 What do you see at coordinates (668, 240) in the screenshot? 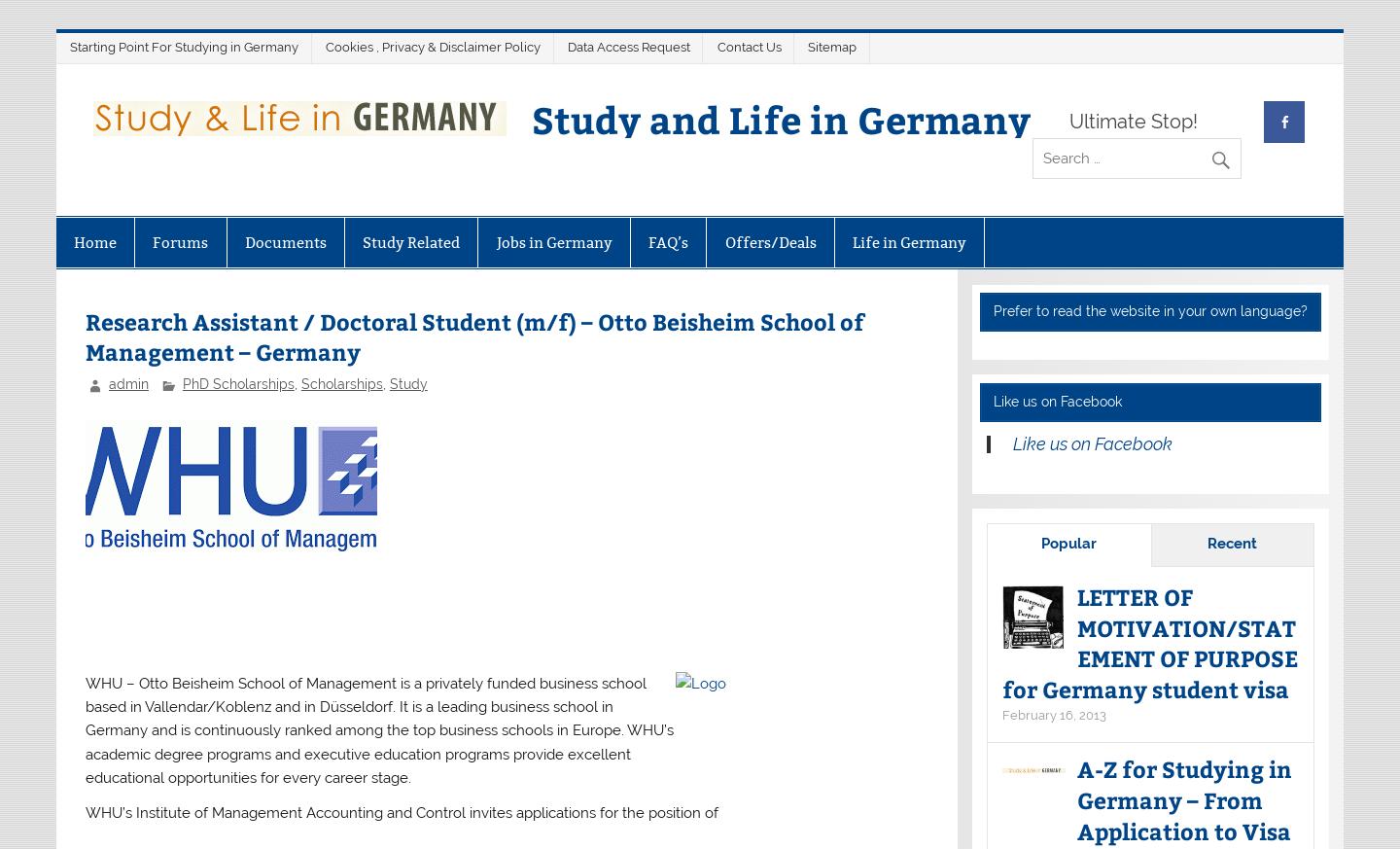
I see `'FAQ’s'` at bounding box center [668, 240].